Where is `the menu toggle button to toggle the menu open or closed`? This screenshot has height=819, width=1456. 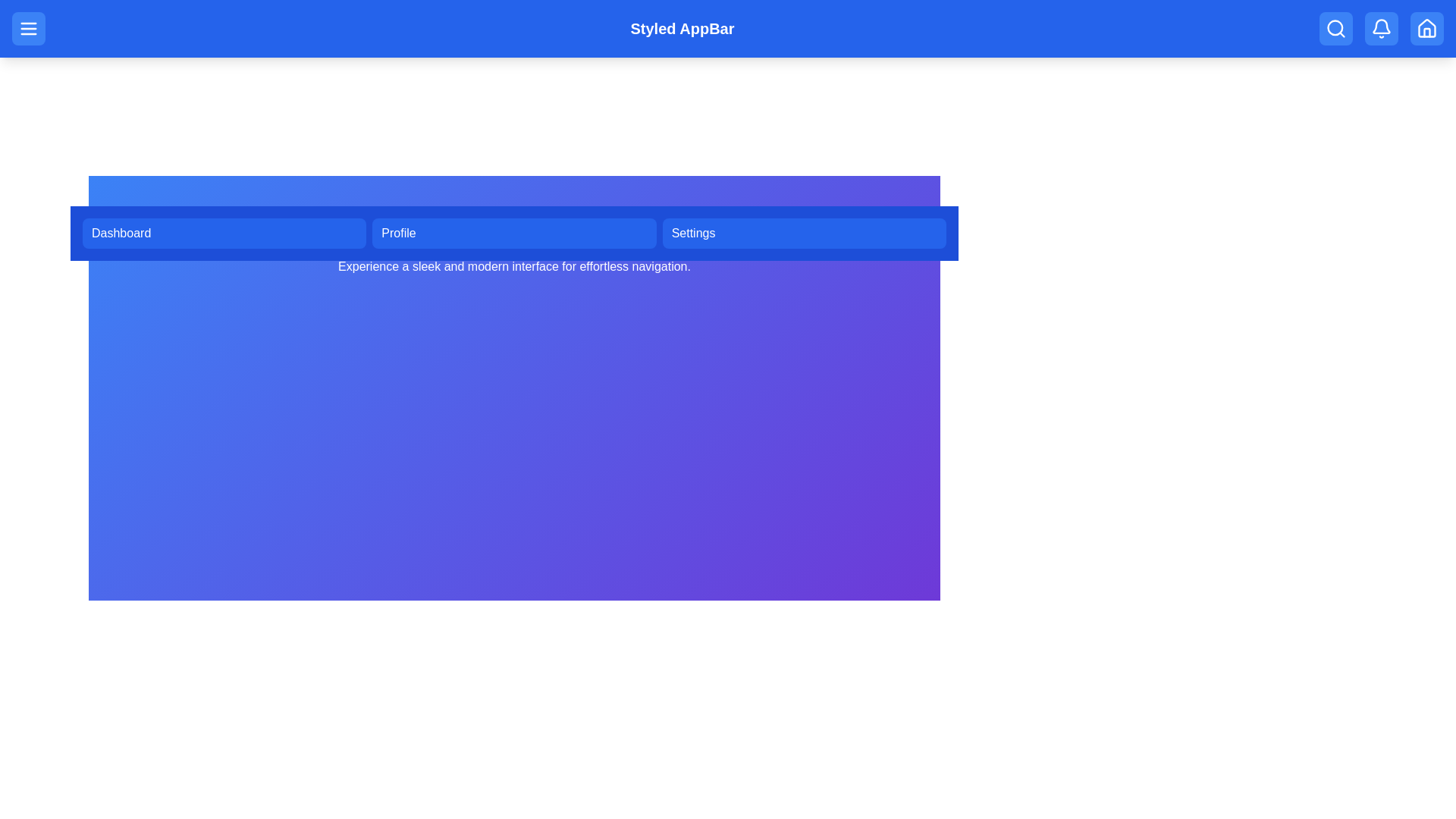 the menu toggle button to toggle the menu open or closed is located at coordinates (29, 29).